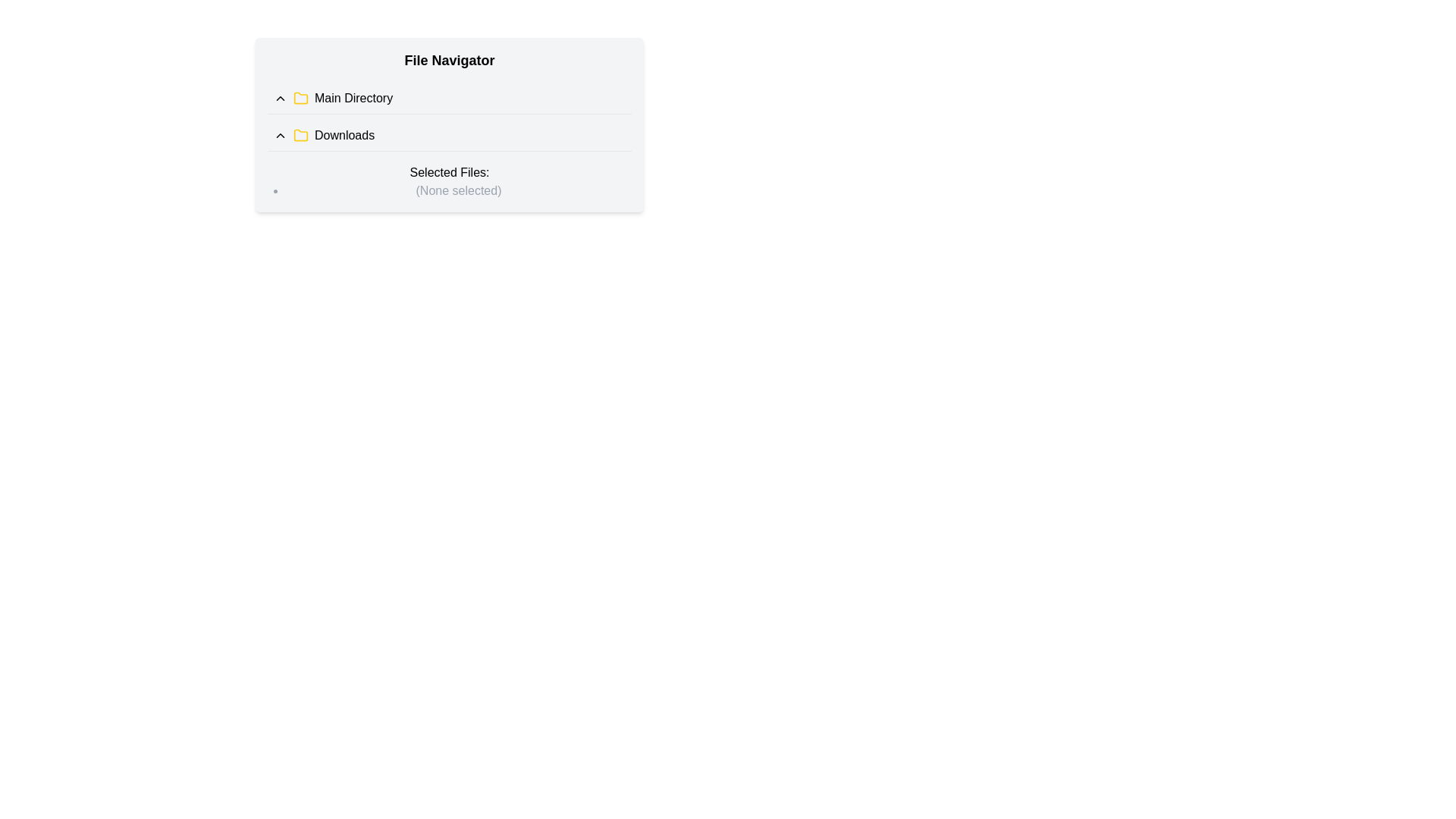 This screenshot has width=1456, height=819. What do you see at coordinates (301, 99) in the screenshot?
I see `the folder icon representing the 'Main Directory' in the 'File Navigator' section to visually identify it alongside the interactive arrow icon` at bounding box center [301, 99].